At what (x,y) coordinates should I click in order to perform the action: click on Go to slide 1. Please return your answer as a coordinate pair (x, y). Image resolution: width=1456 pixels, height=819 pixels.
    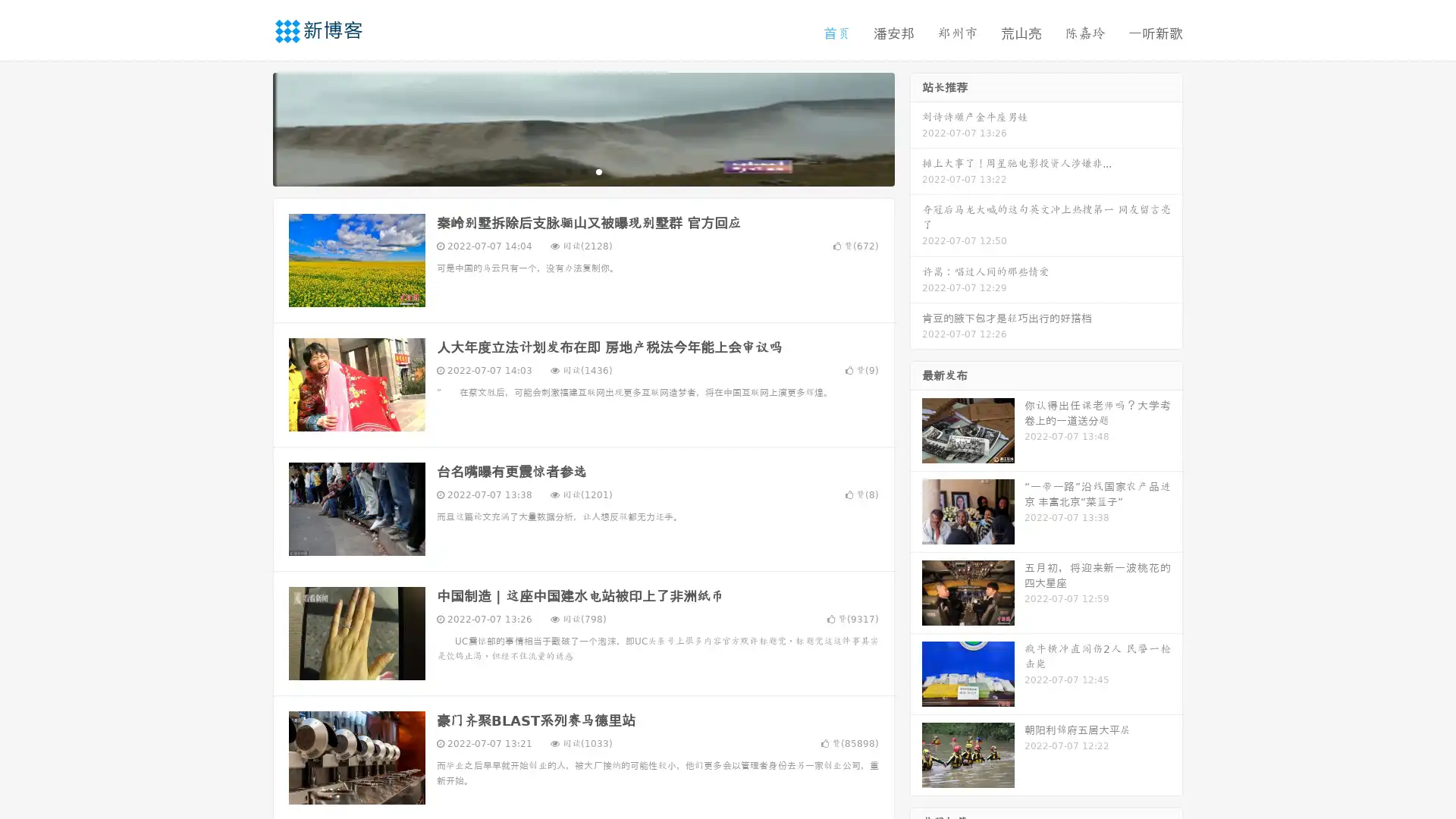
    Looking at the image, I should click on (567, 171).